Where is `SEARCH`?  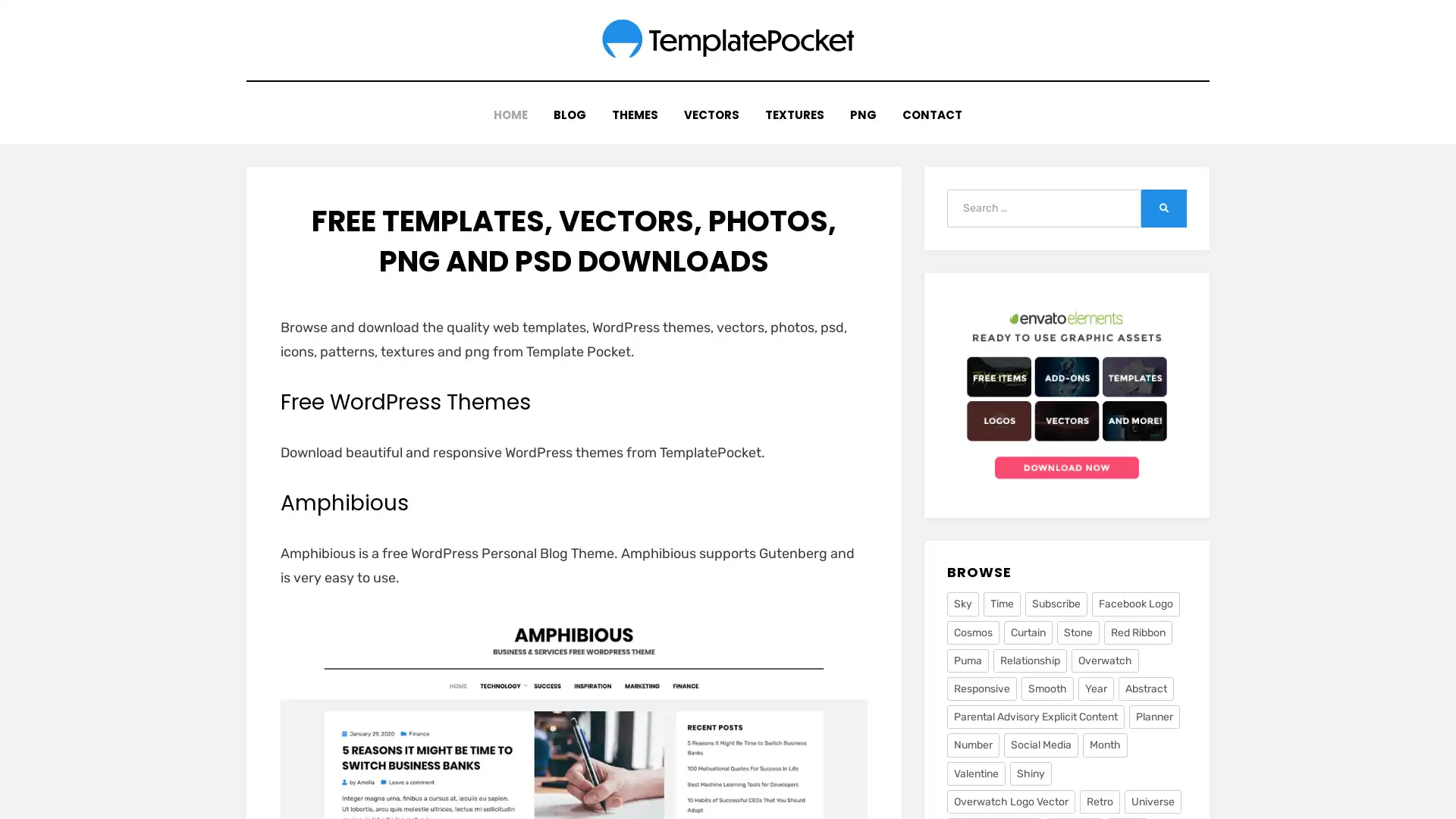 SEARCH is located at coordinates (1163, 200).